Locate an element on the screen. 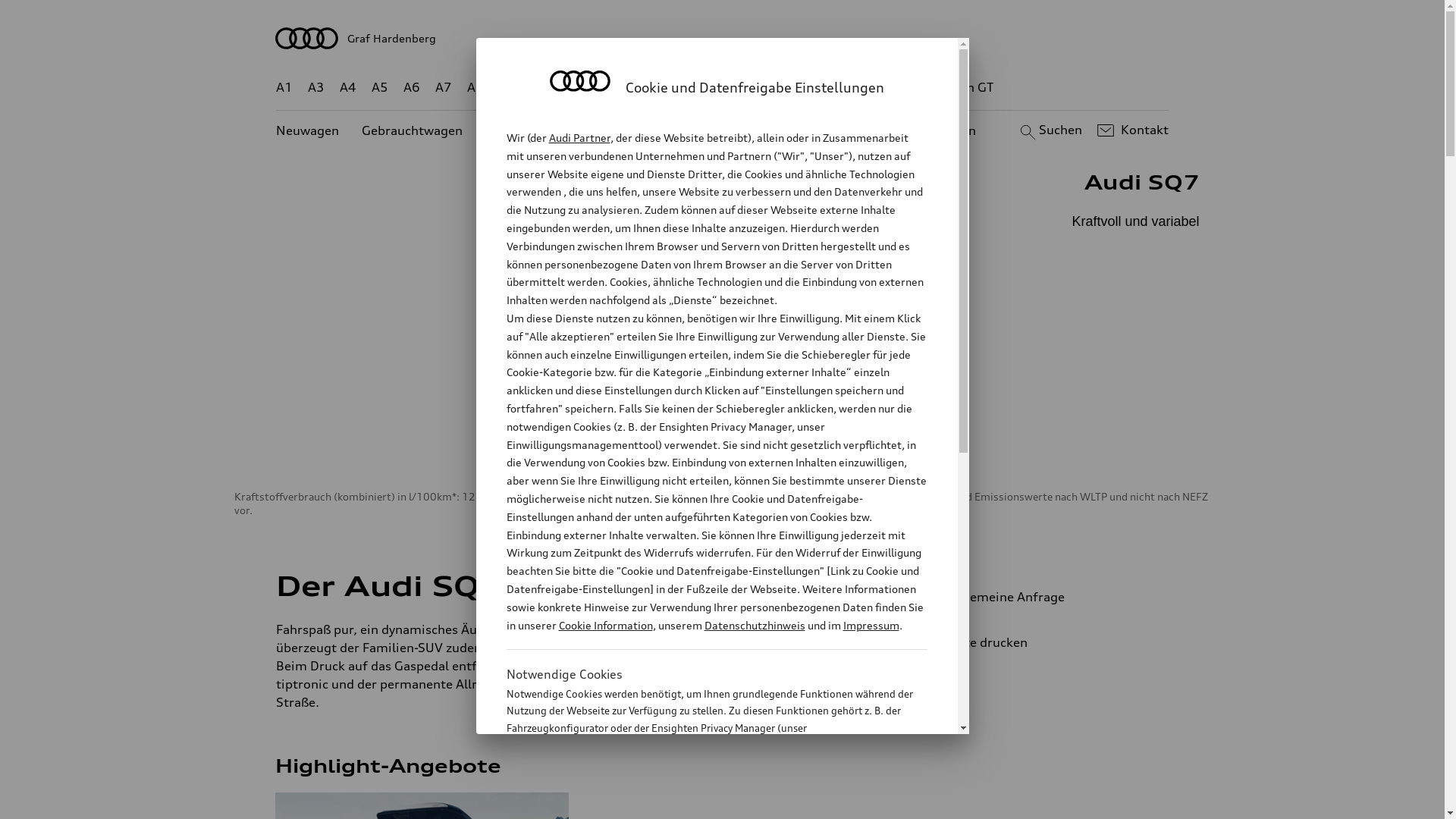  'A7' is located at coordinates (435, 87).